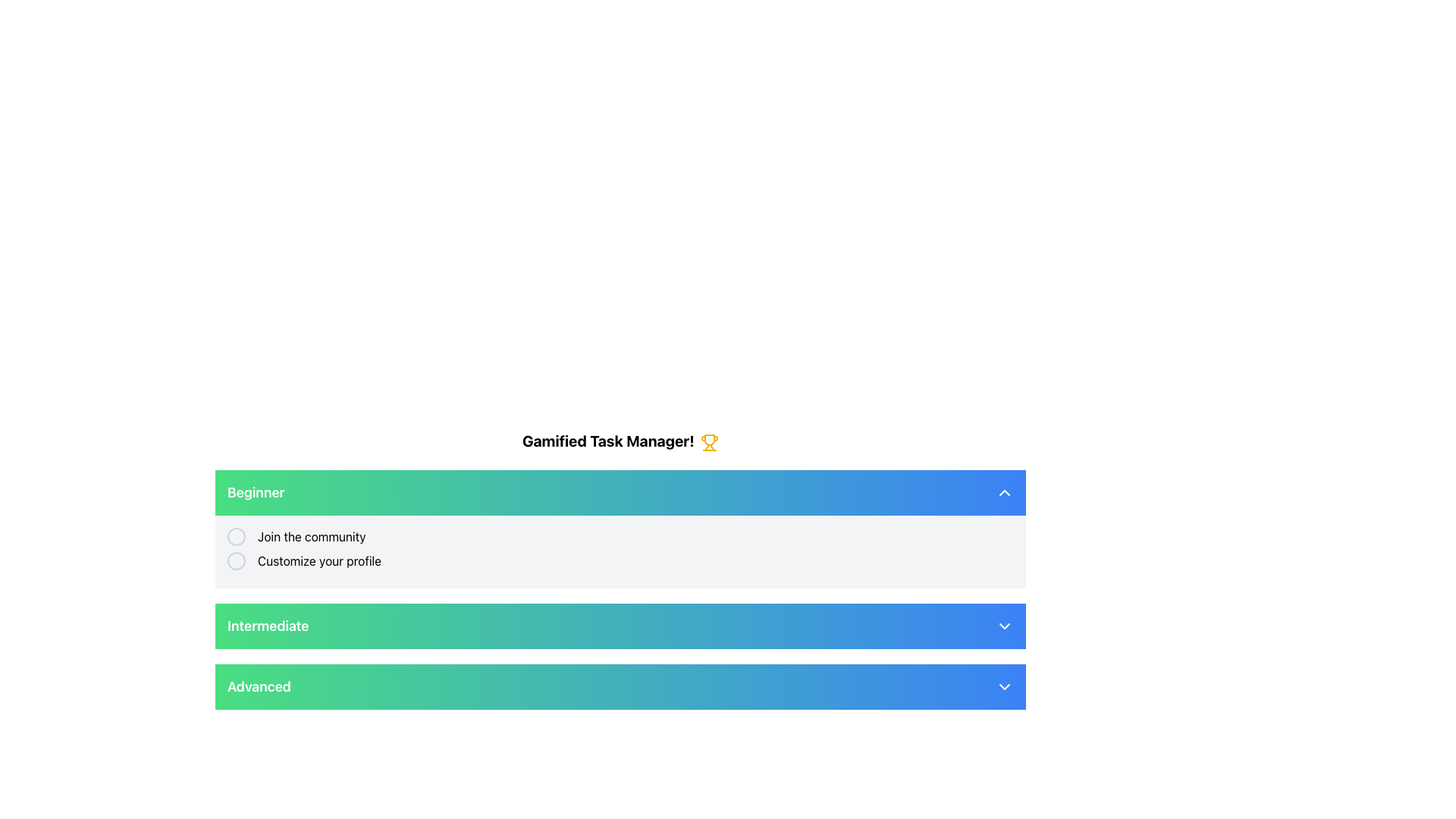  Describe the element at coordinates (620, 626) in the screenshot. I see `the 'Intermediate' level button located between the 'Beginner' and 'Advanced' buttons in the task management application` at that location.